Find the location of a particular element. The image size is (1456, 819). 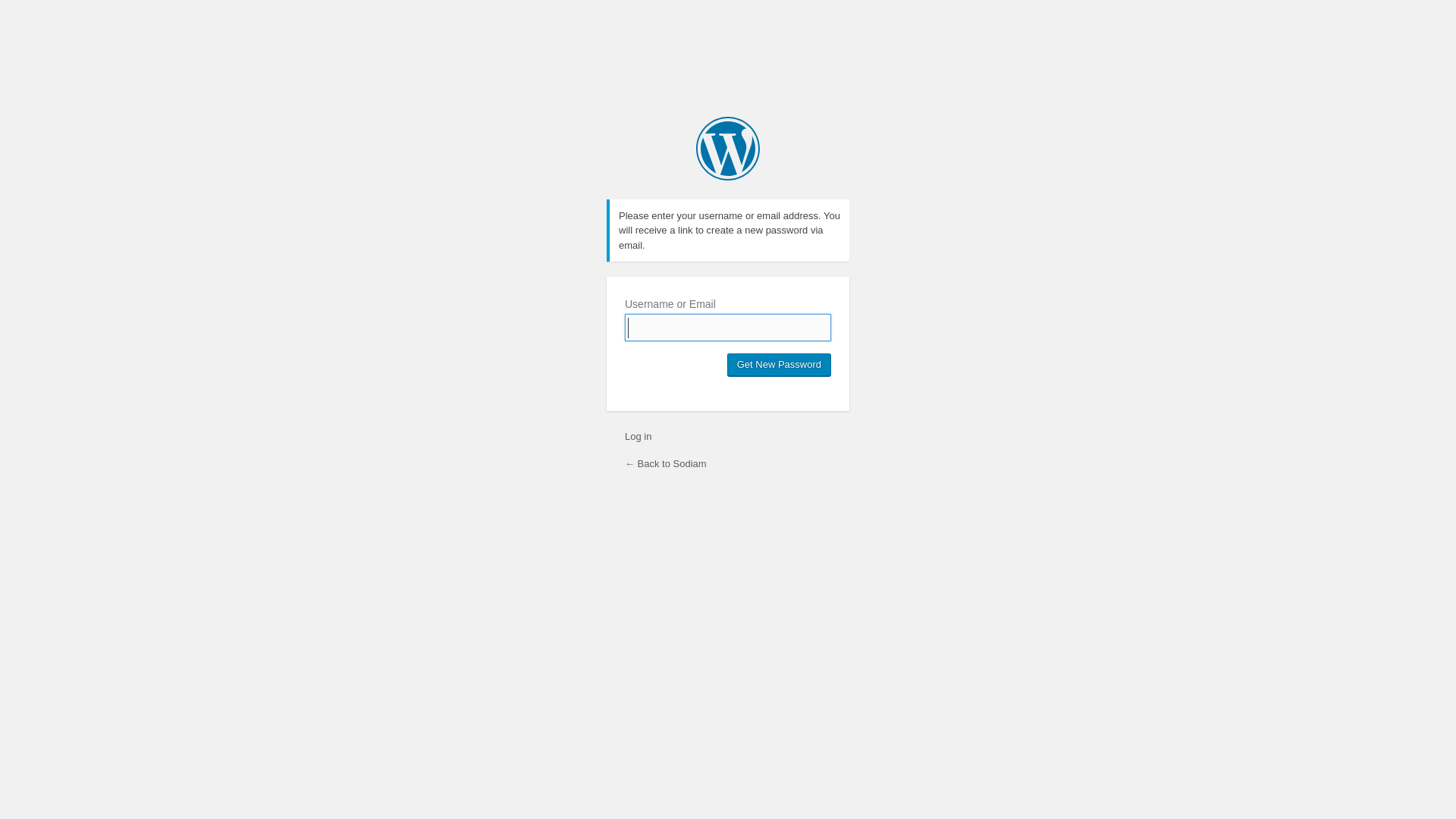

'Log in' is located at coordinates (638, 436).